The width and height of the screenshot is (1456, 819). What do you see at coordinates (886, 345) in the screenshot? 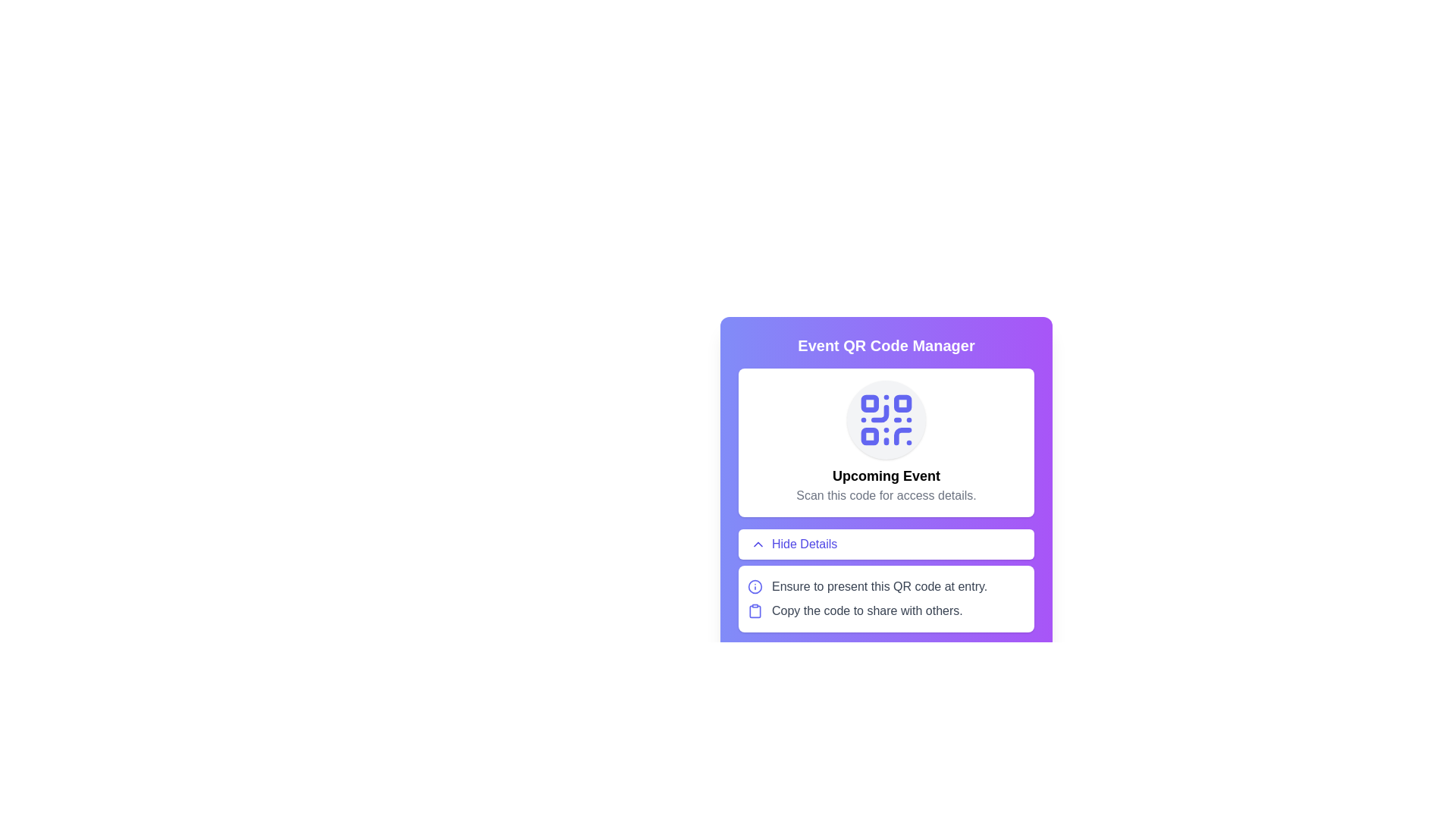
I see `the Text Block titled 'Event QR Code Manager', which is styled in bold, extra-large white font against a purple to blue gradient background` at bounding box center [886, 345].